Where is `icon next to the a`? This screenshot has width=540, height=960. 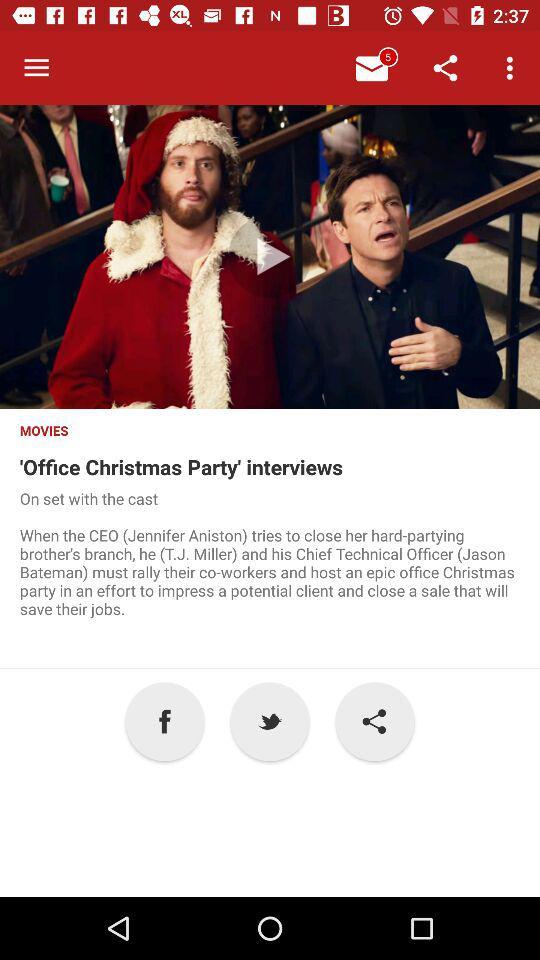
icon next to the a is located at coordinates (270, 720).